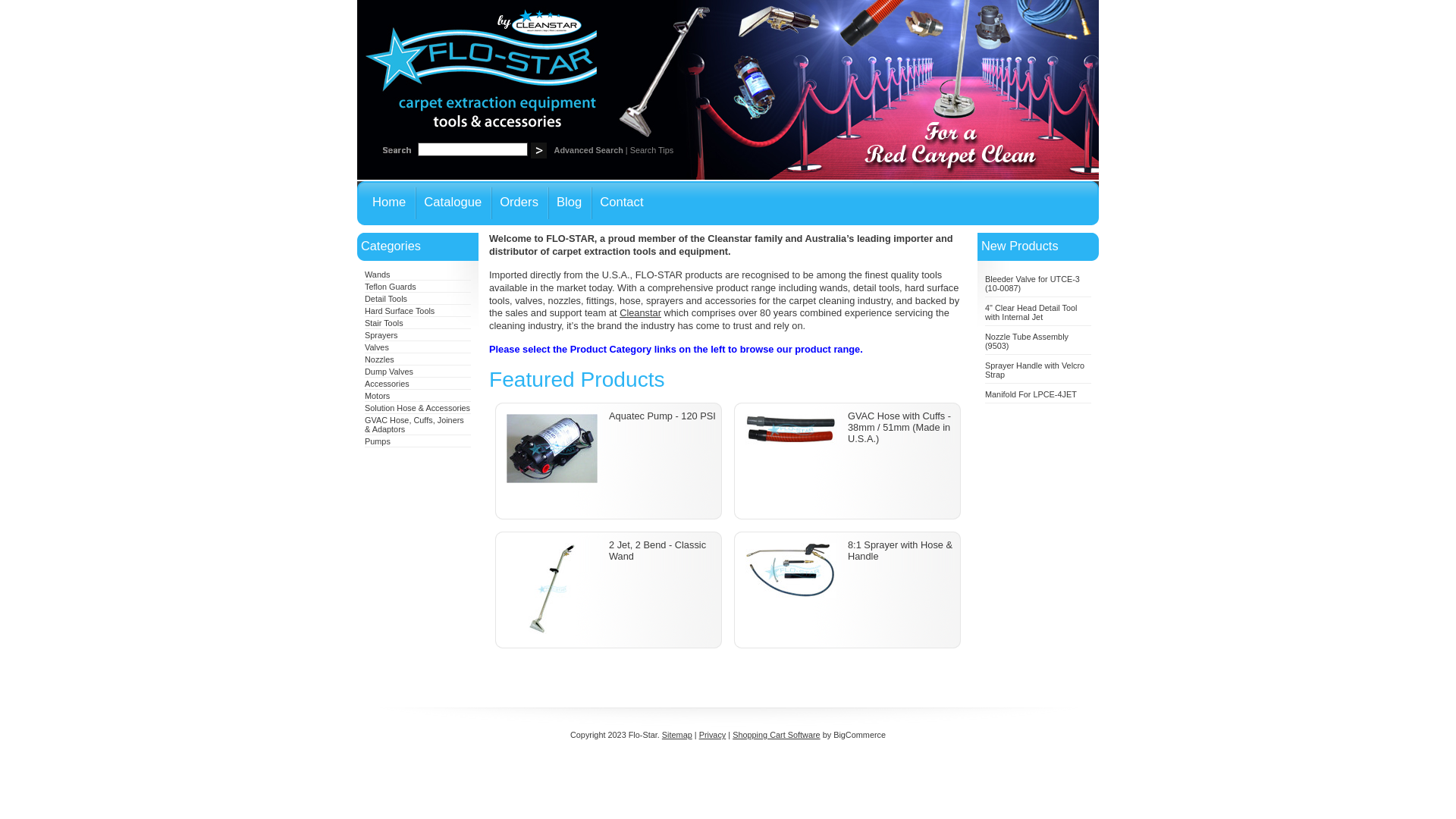  Describe the element at coordinates (385, 298) in the screenshot. I see `'Detail Tools'` at that location.